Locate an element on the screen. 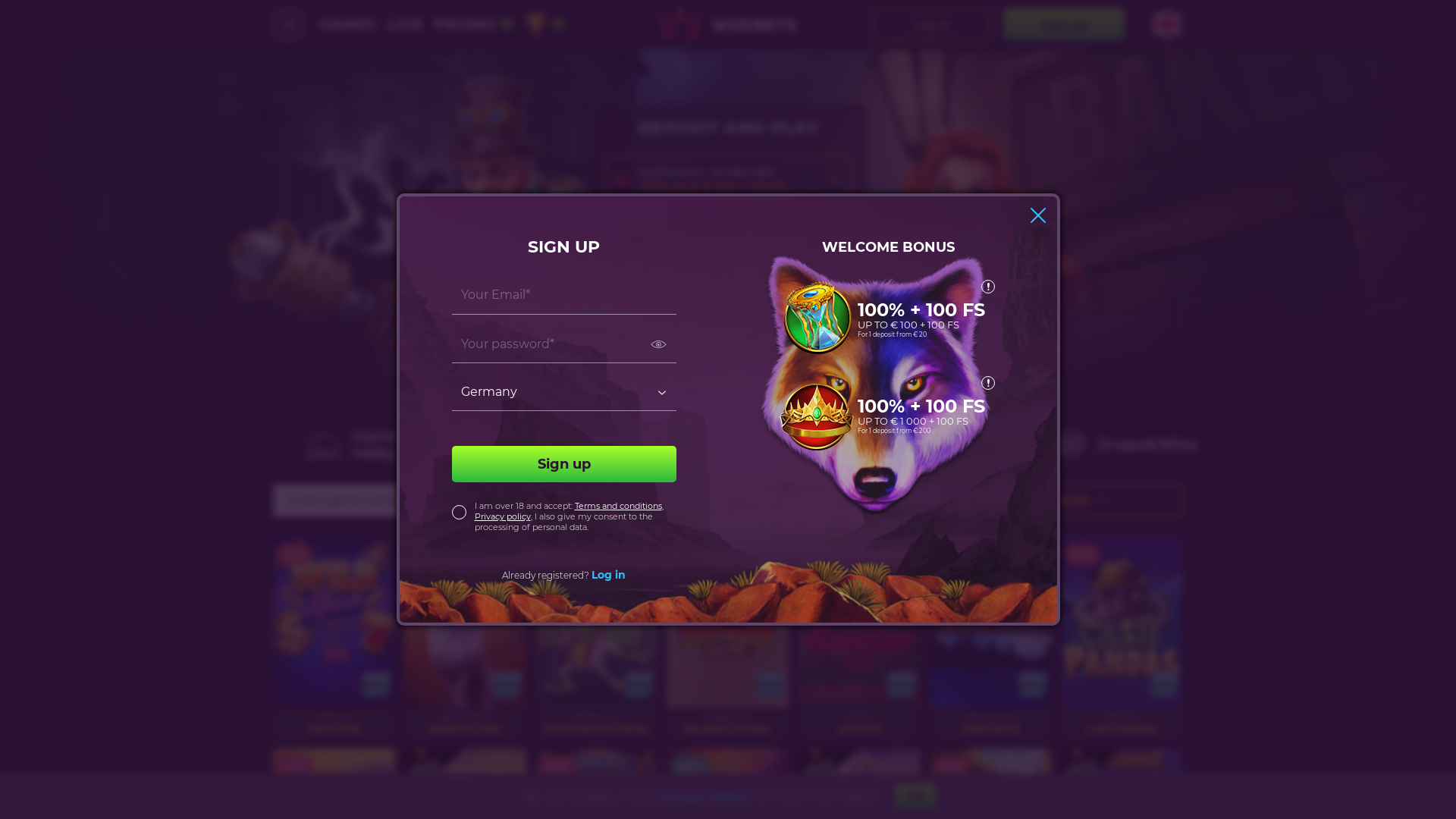 The height and width of the screenshot is (819, 1456). 'Privacy Policy' is located at coordinates (659, 795).